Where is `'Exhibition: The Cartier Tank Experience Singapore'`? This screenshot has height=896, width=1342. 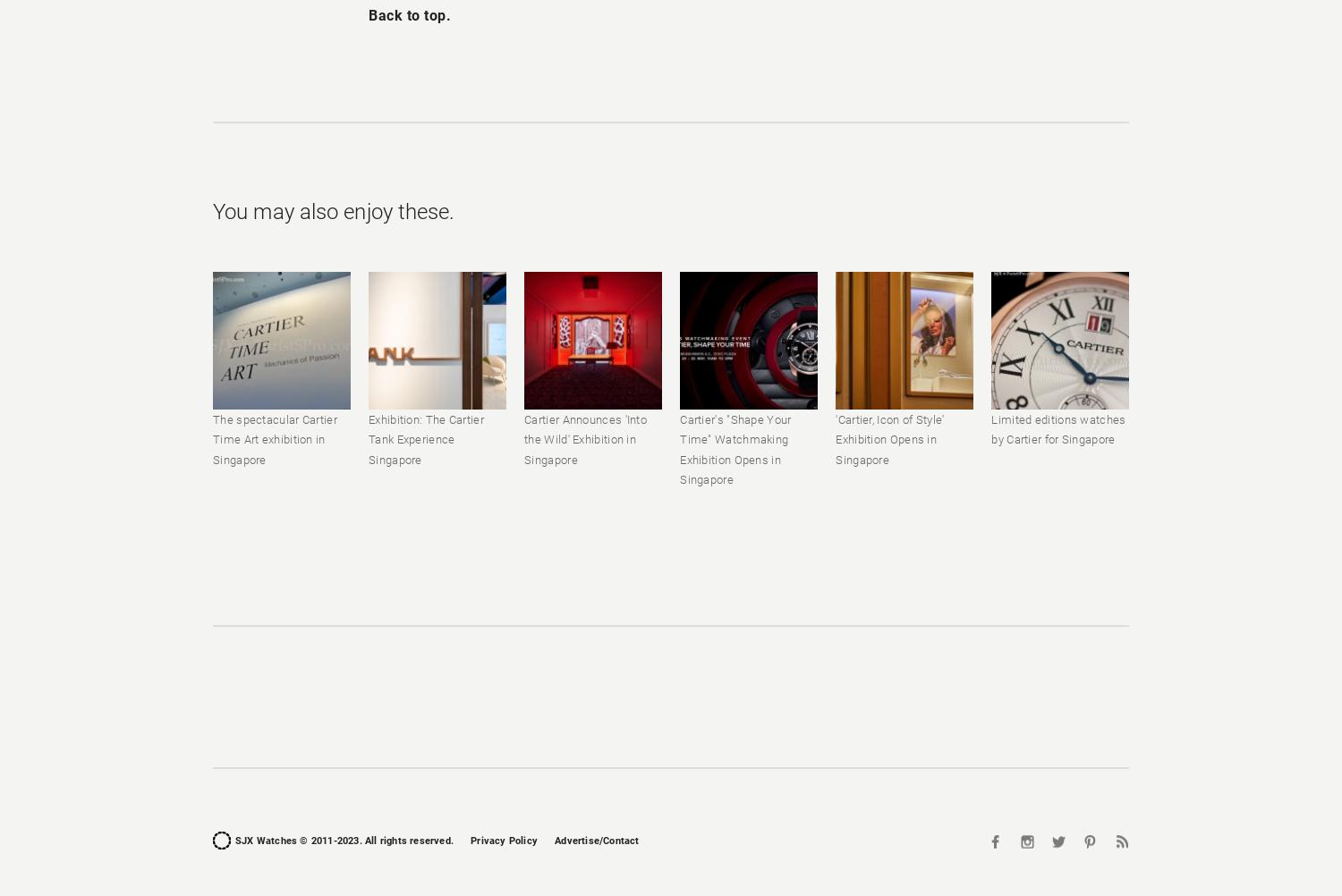 'Exhibition: The Cartier Tank Experience Singapore' is located at coordinates (424, 438).